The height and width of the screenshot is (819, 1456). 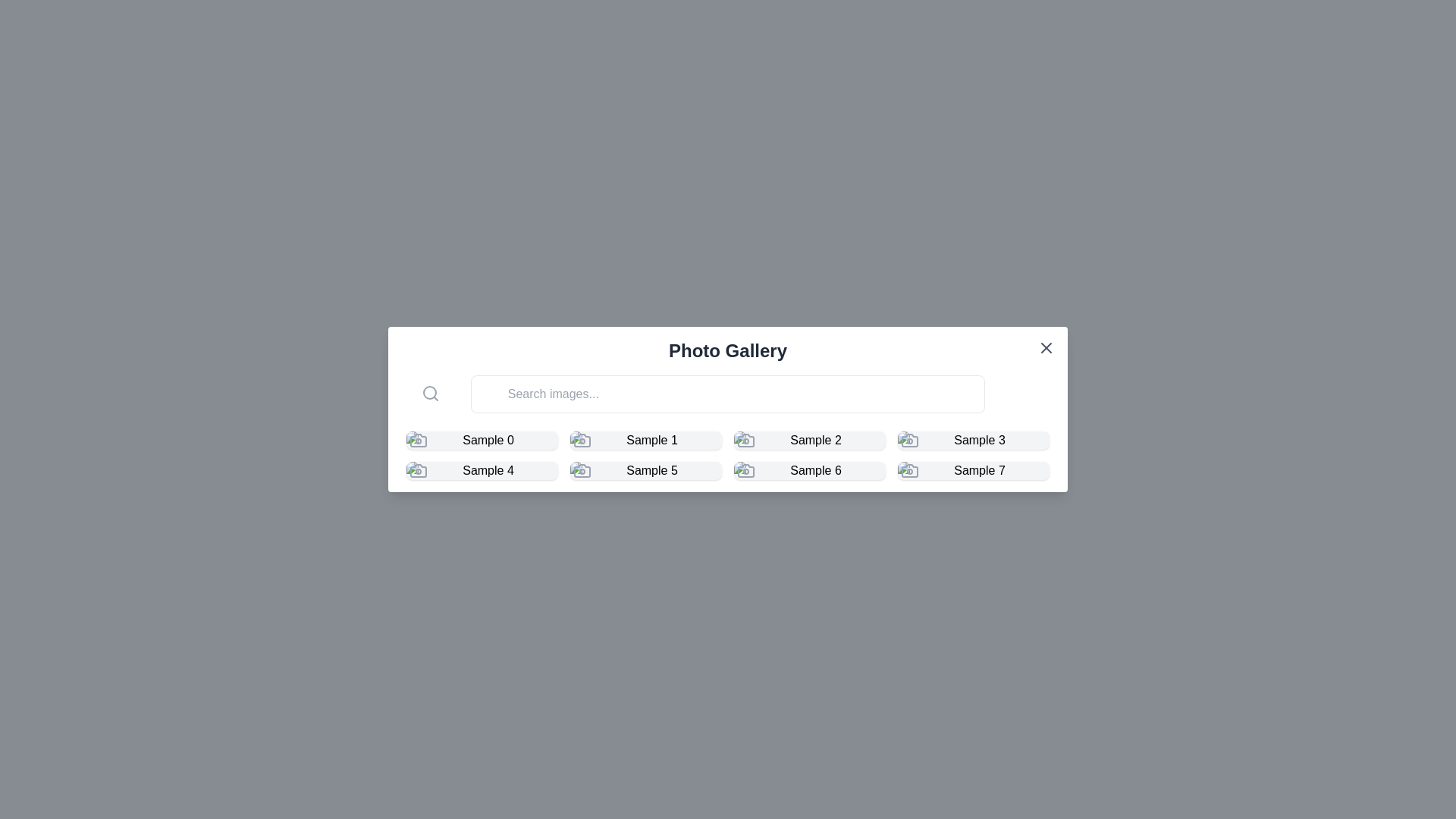 I want to click on the outer portion of the camera icon in the gallery item adjacent to 'Sample 0', so click(x=419, y=441).